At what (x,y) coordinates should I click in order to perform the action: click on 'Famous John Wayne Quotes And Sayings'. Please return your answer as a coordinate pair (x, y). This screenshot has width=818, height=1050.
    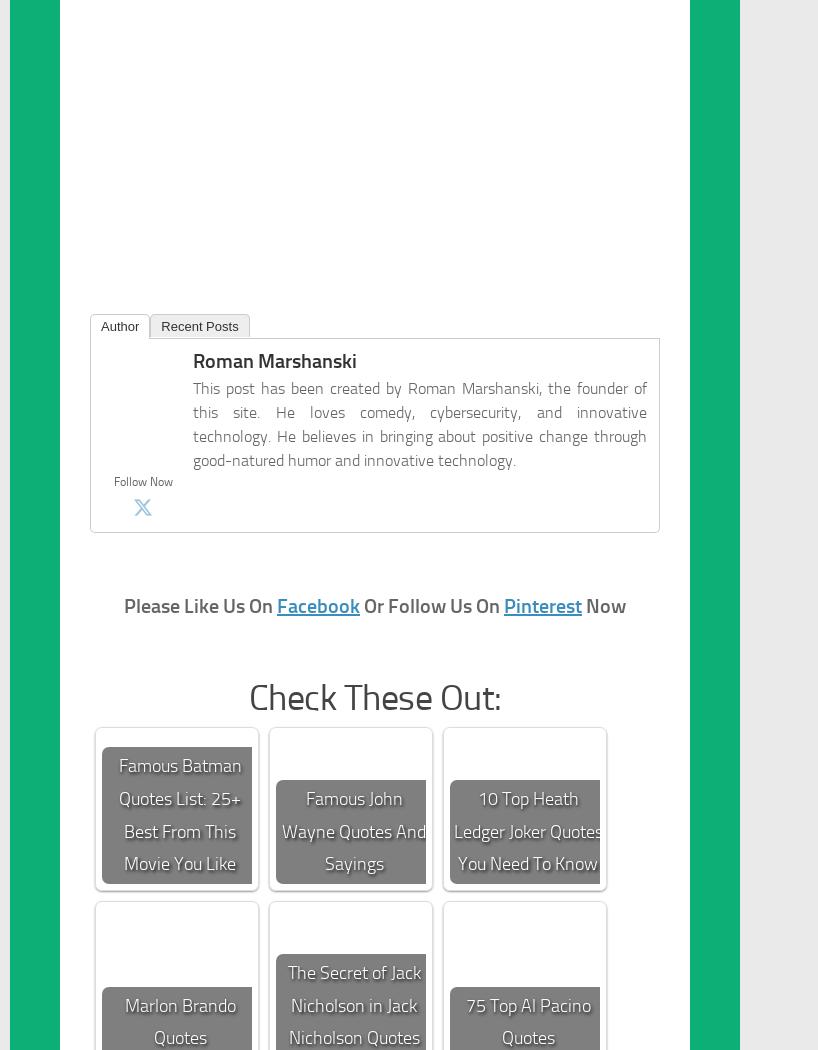
    Looking at the image, I should click on (354, 831).